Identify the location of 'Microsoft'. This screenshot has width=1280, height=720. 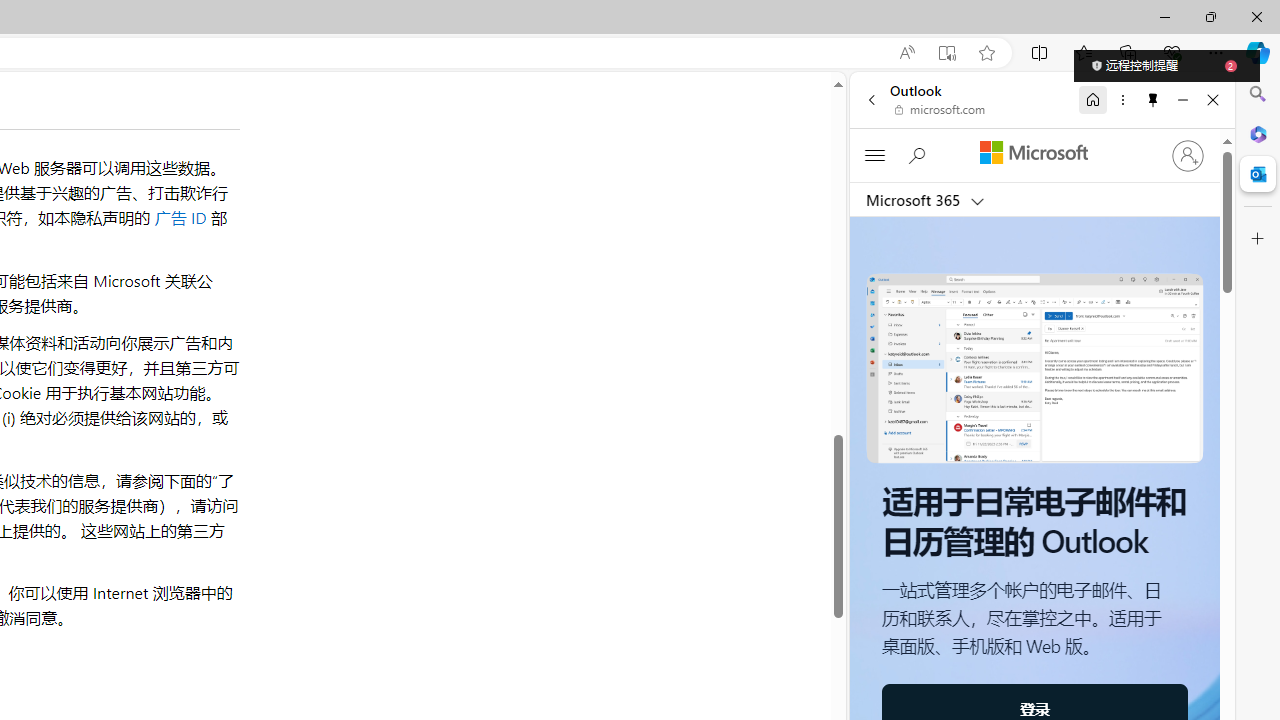
(1033, 152).